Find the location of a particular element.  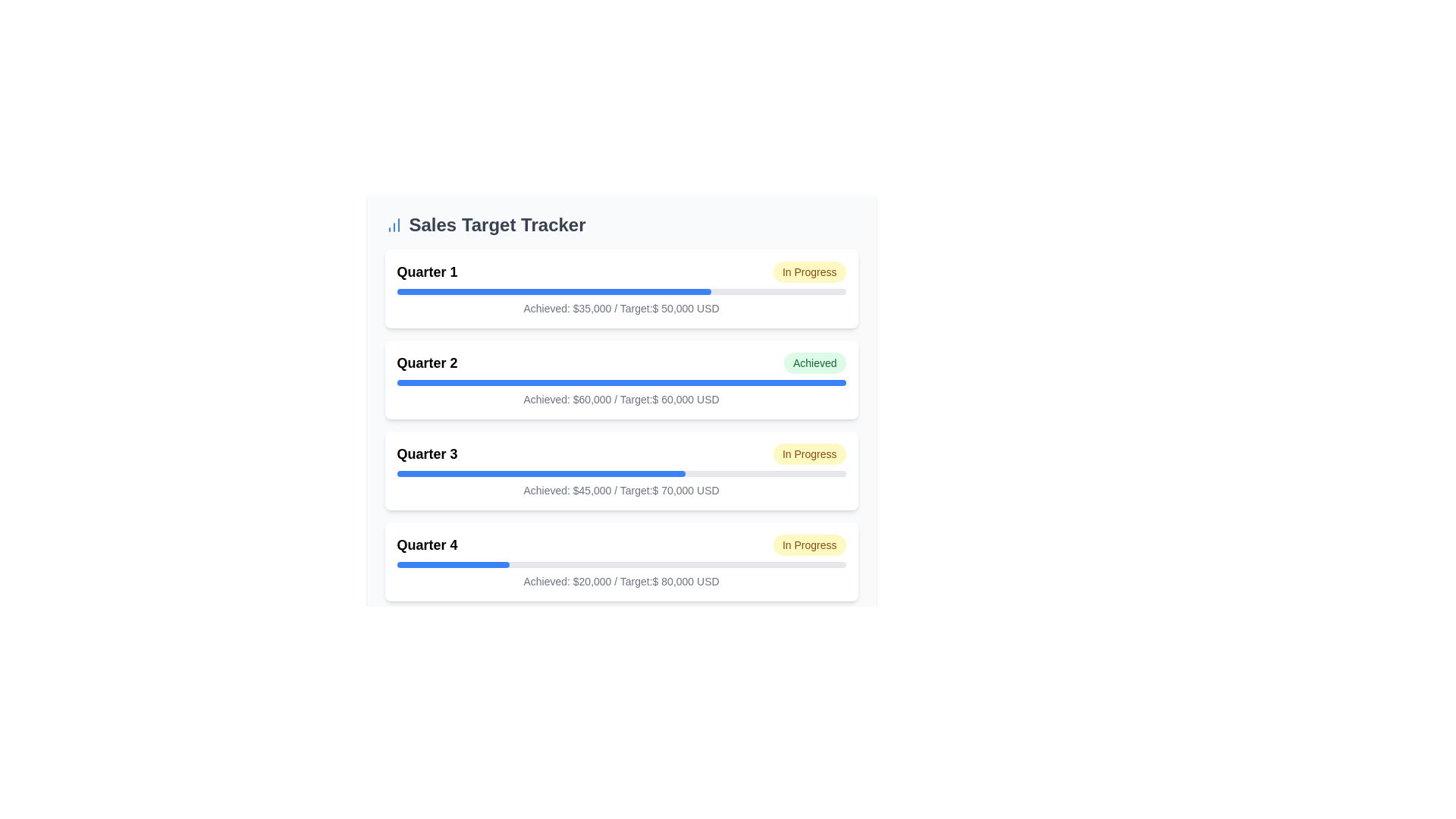

the Progress Bar Segment representing the completion status of Quarter 3, which visually indicates the progress made towards its monetary goals is located at coordinates (541, 472).